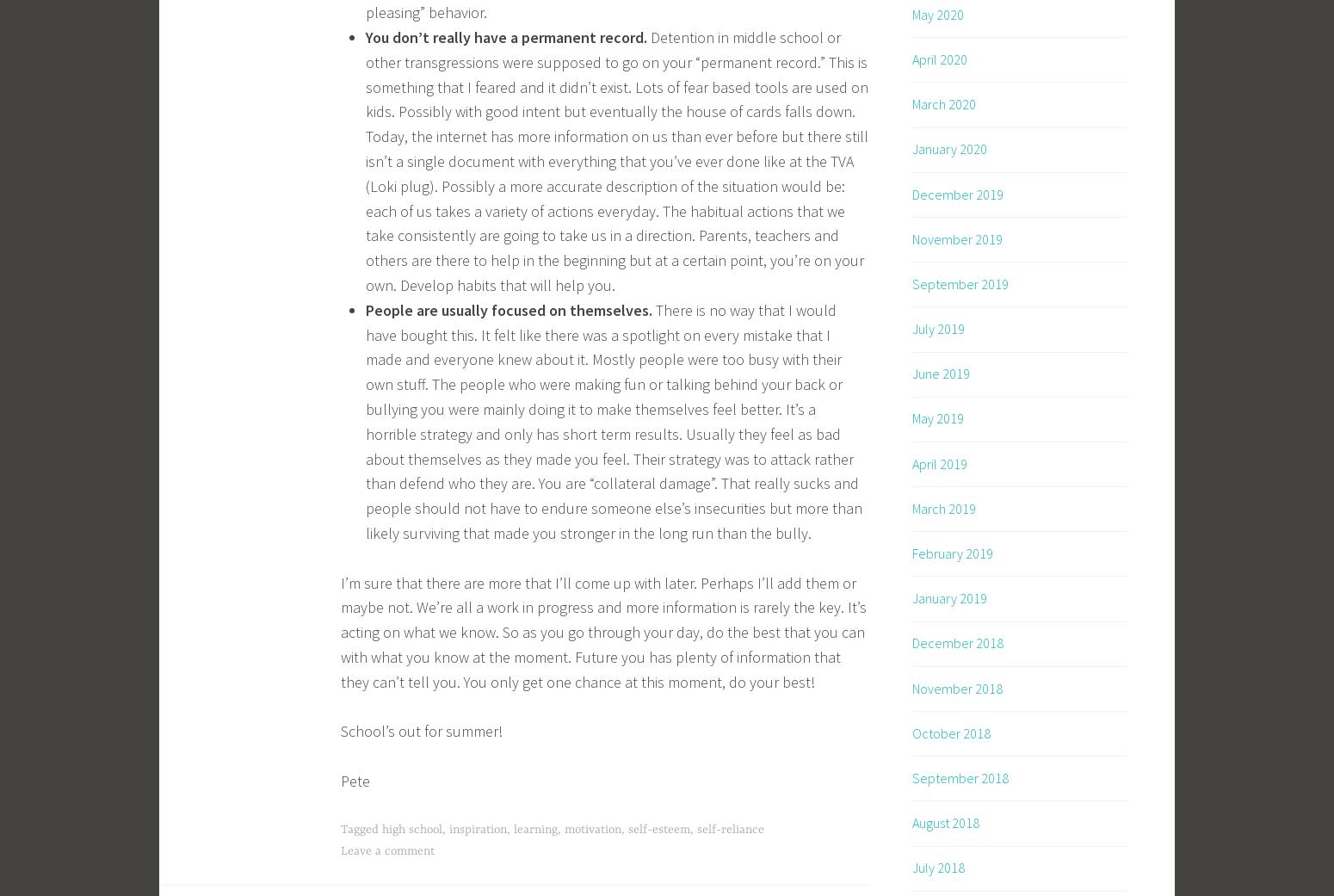 The image size is (1334, 896). I want to click on 'Tagged', so click(361, 829).